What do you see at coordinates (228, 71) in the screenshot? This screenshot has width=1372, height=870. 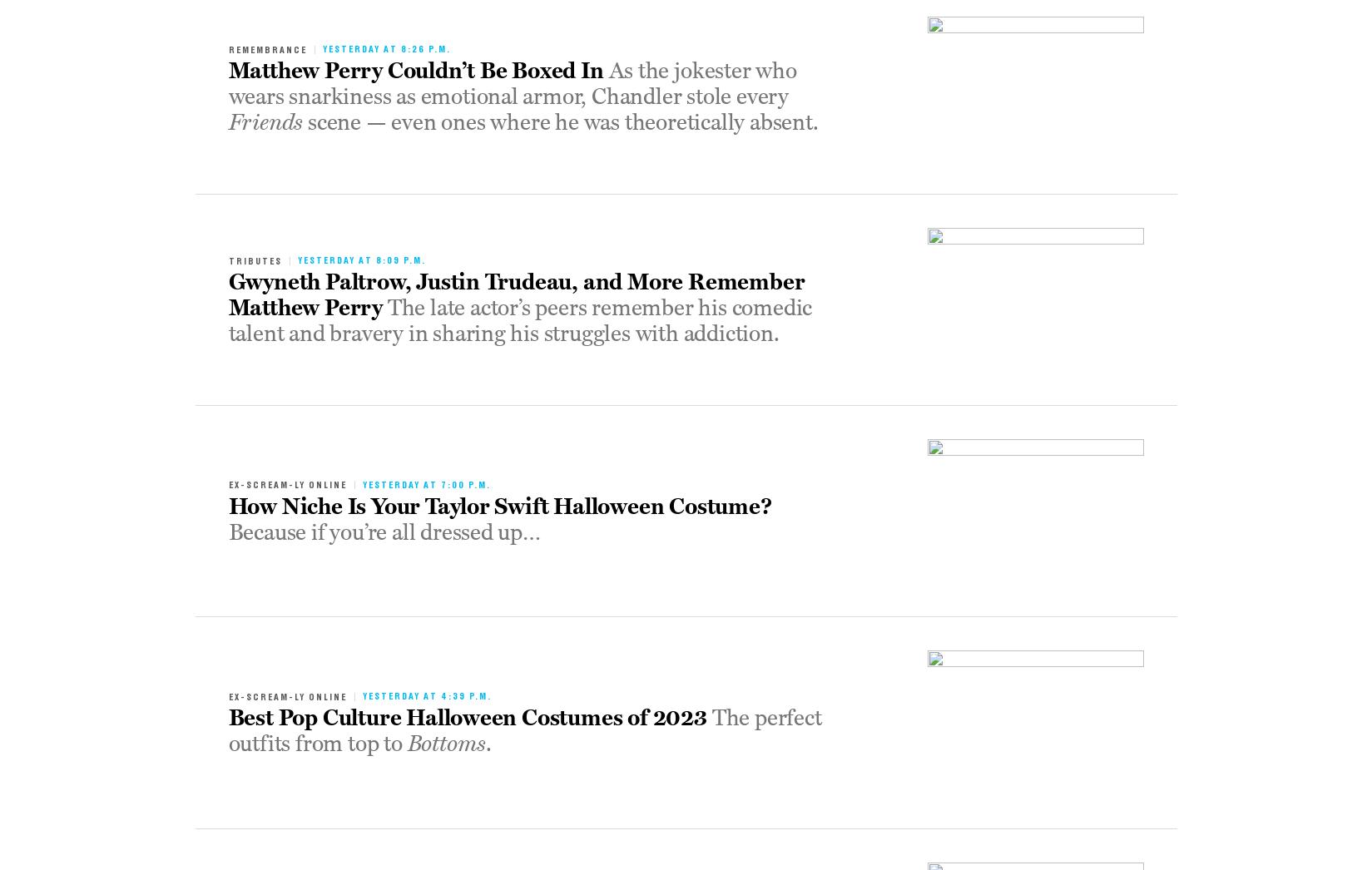 I see `'Matthew Perry Couldn’t Be Boxed In'` at bounding box center [228, 71].